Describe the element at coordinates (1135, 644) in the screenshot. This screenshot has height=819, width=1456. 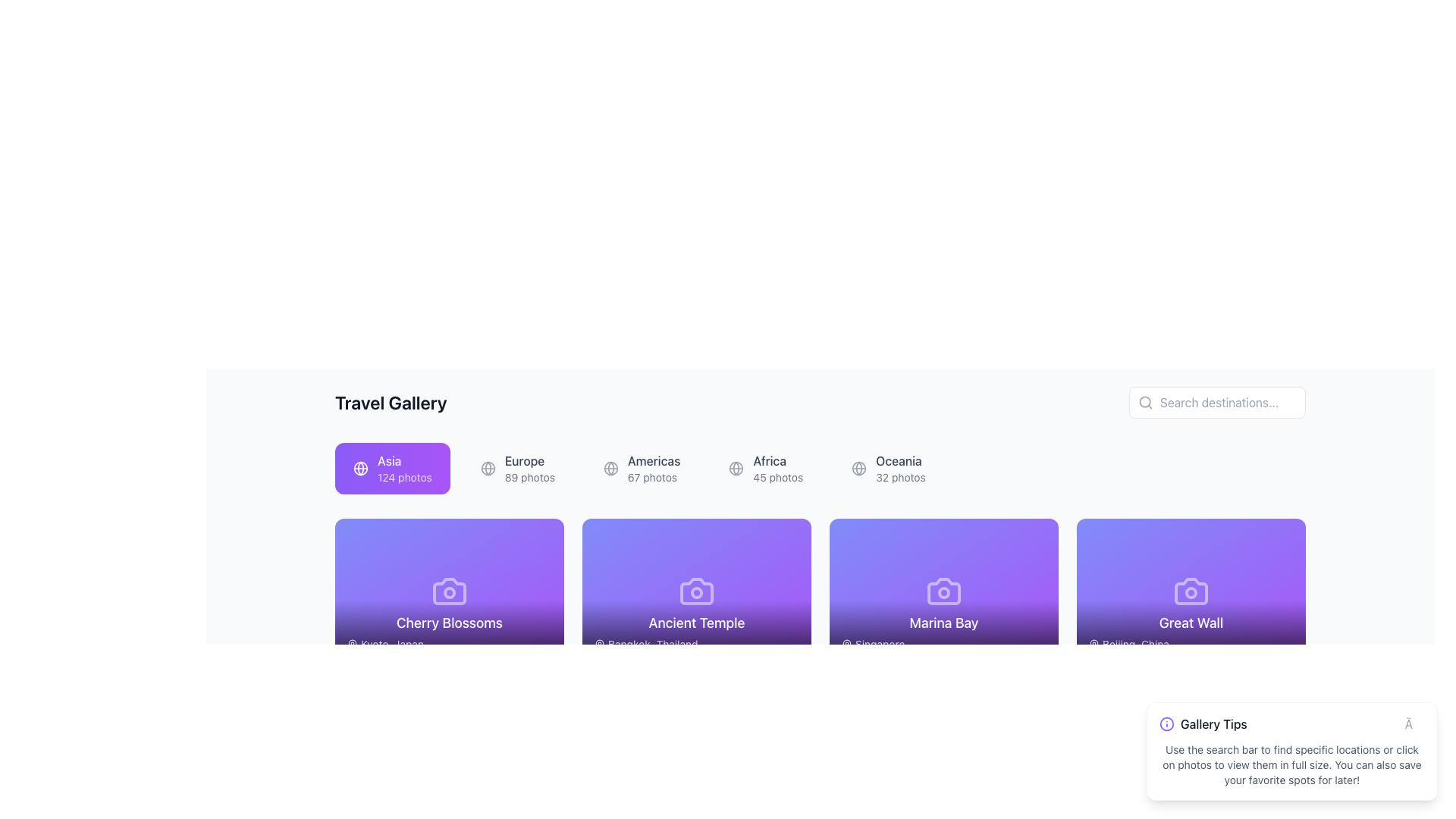
I see `the text label displaying 'Beijing, China' which is located at the bottom-center of the 'Great Wall' card with a purple background` at that location.